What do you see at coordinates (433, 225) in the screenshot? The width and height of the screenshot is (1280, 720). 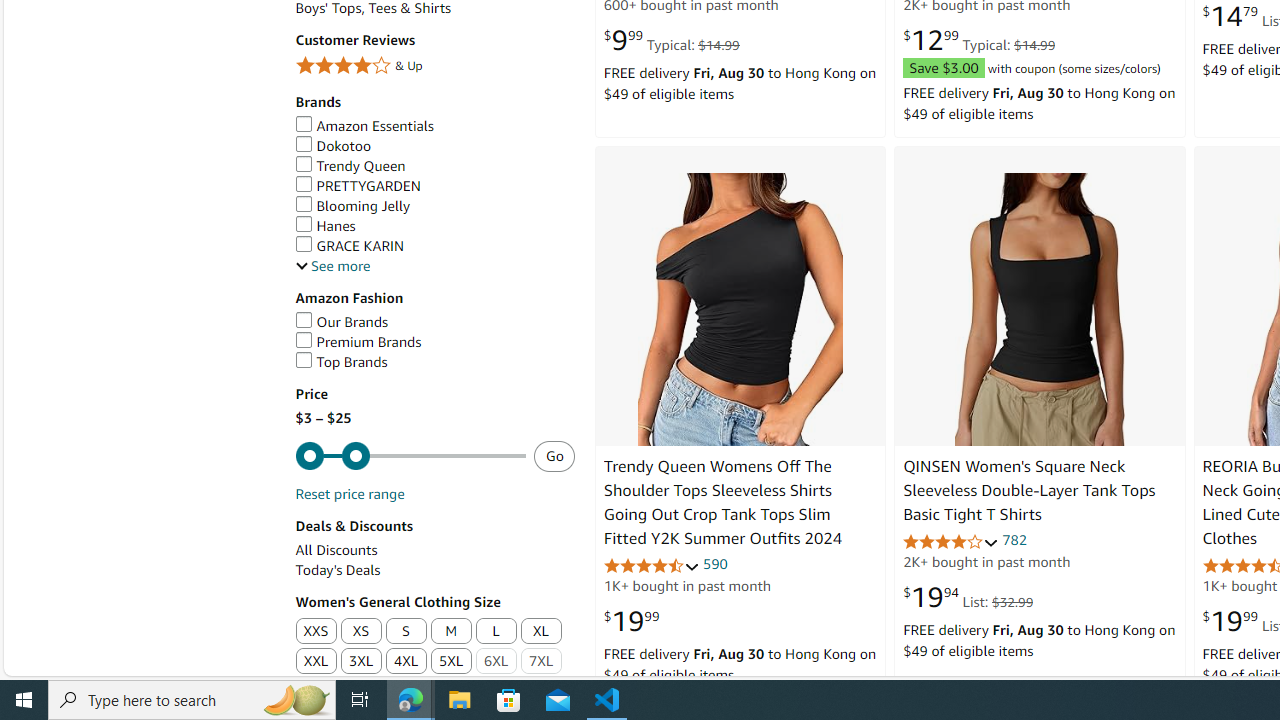 I see `'Hanes'` at bounding box center [433, 225].